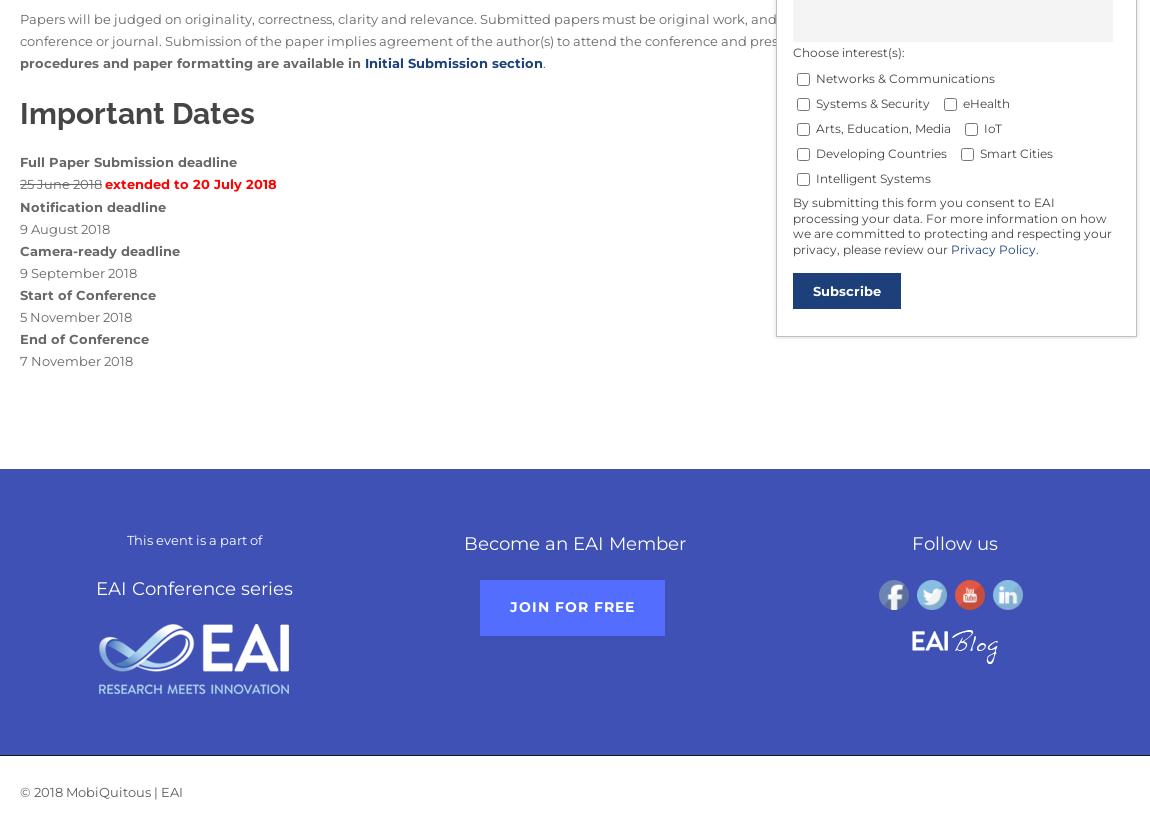  What do you see at coordinates (190, 184) in the screenshot?
I see `'extended to 20 July 2018'` at bounding box center [190, 184].